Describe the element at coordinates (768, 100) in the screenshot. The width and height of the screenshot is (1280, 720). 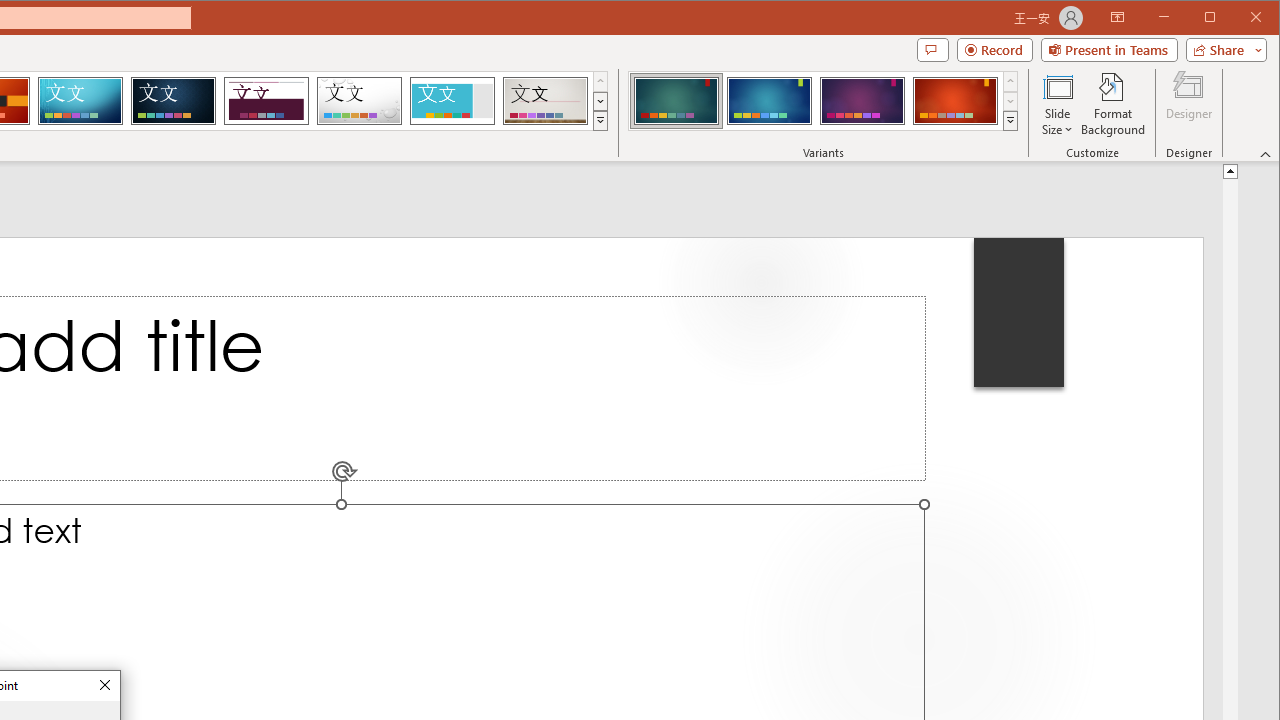
I see `'Ion Variant 2'` at that location.